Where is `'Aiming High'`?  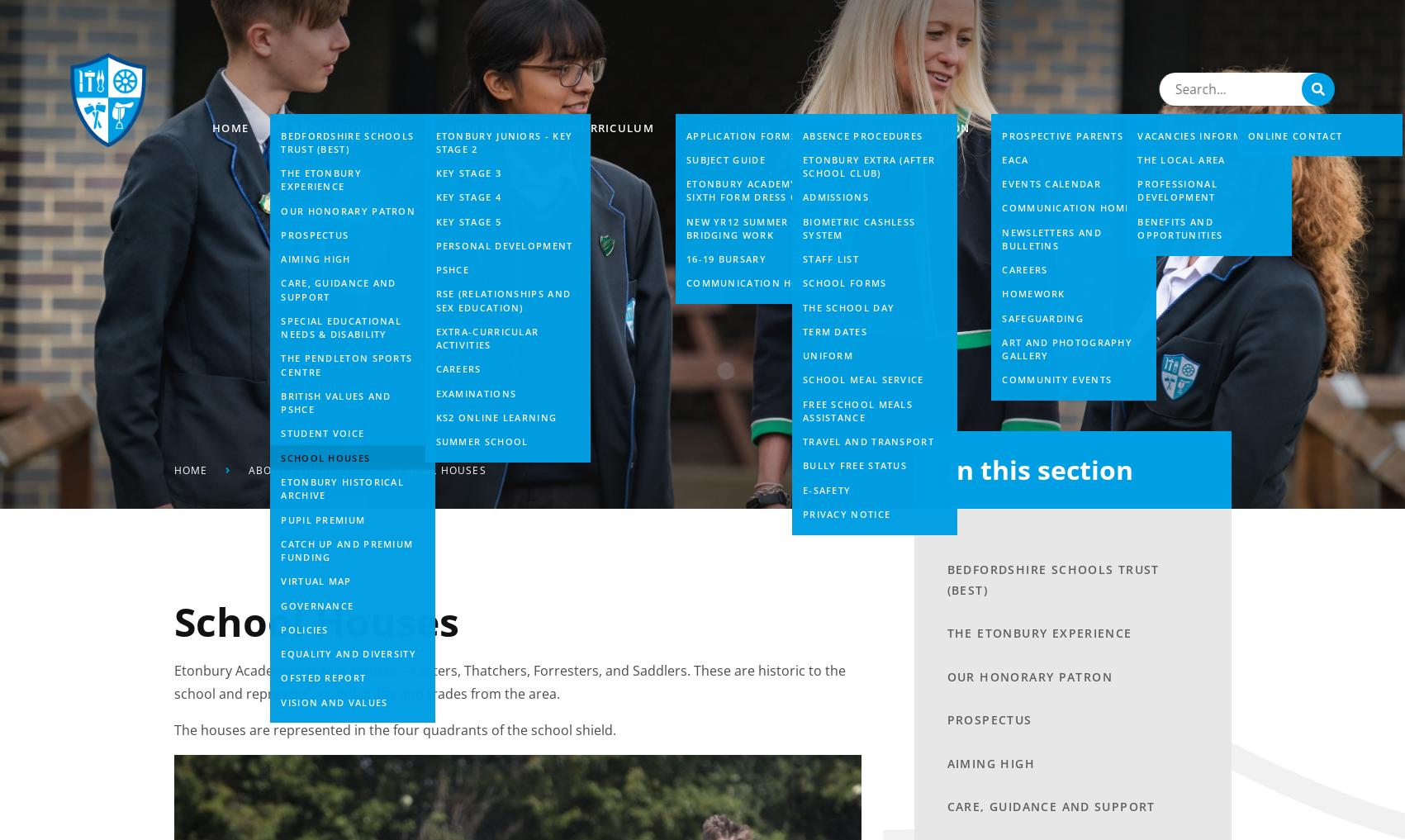
'Aiming High' is located at coordinates (945, 762).